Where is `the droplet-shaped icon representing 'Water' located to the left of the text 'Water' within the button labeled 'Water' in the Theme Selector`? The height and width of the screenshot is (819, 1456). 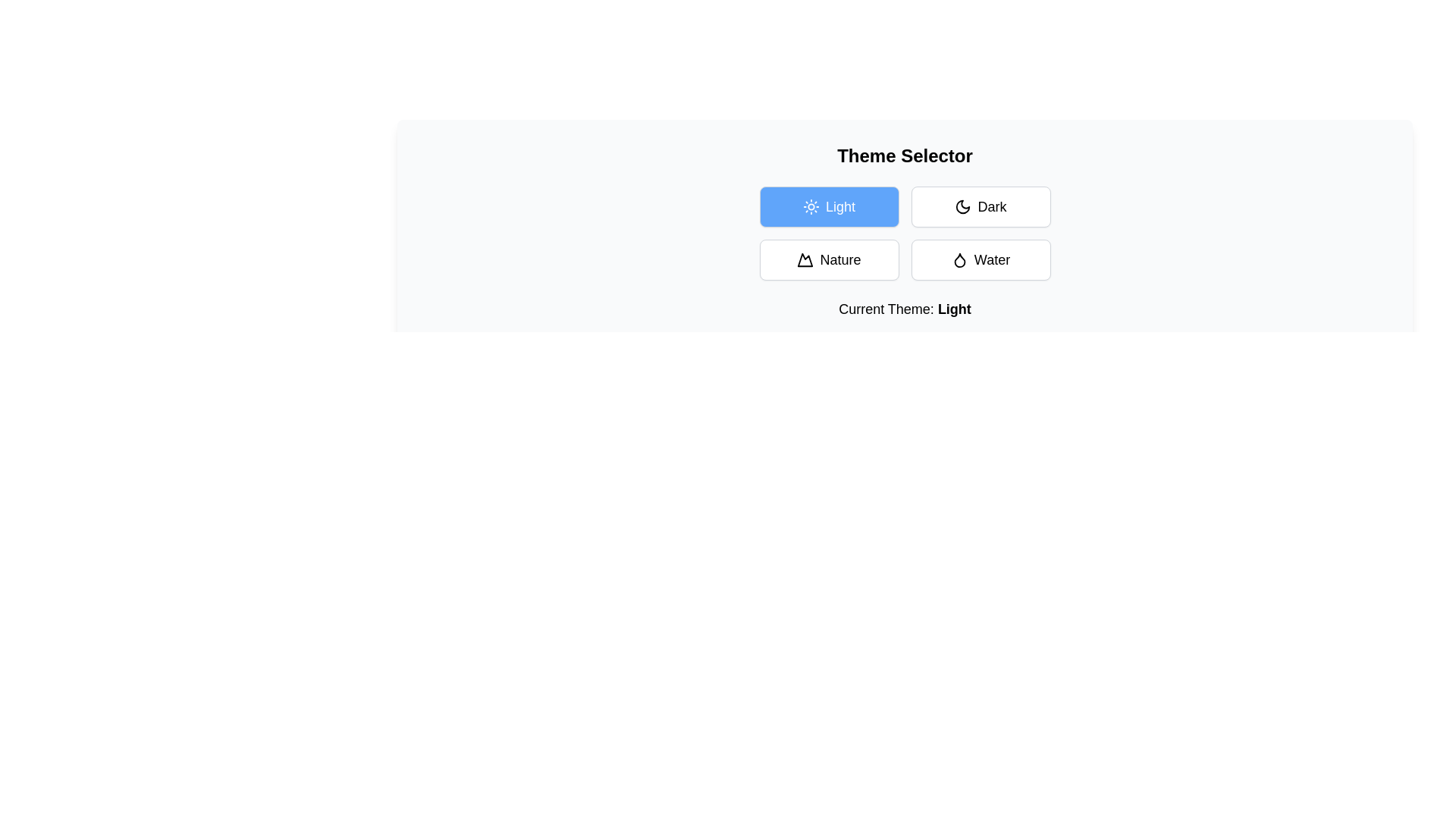 the droplet-shaped icon representing 'Water' located to the left of the text 'Water' within the button labeled 'Water' in the Theme Selector is located at coordinates (959, 259).